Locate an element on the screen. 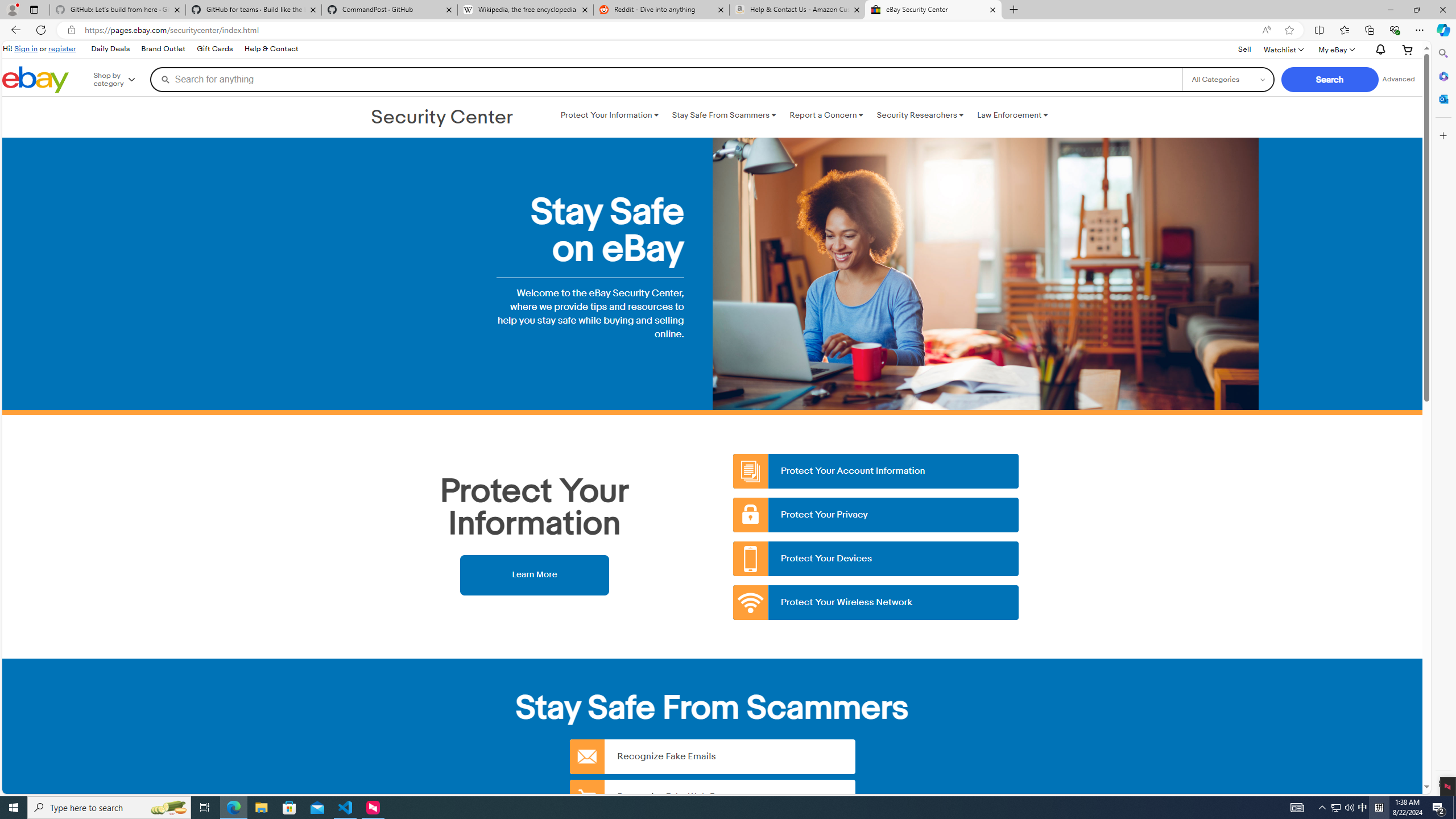 The height and width of the screenshot is (819, 1456). 'Sell' is located at coordinates (1244, 49).